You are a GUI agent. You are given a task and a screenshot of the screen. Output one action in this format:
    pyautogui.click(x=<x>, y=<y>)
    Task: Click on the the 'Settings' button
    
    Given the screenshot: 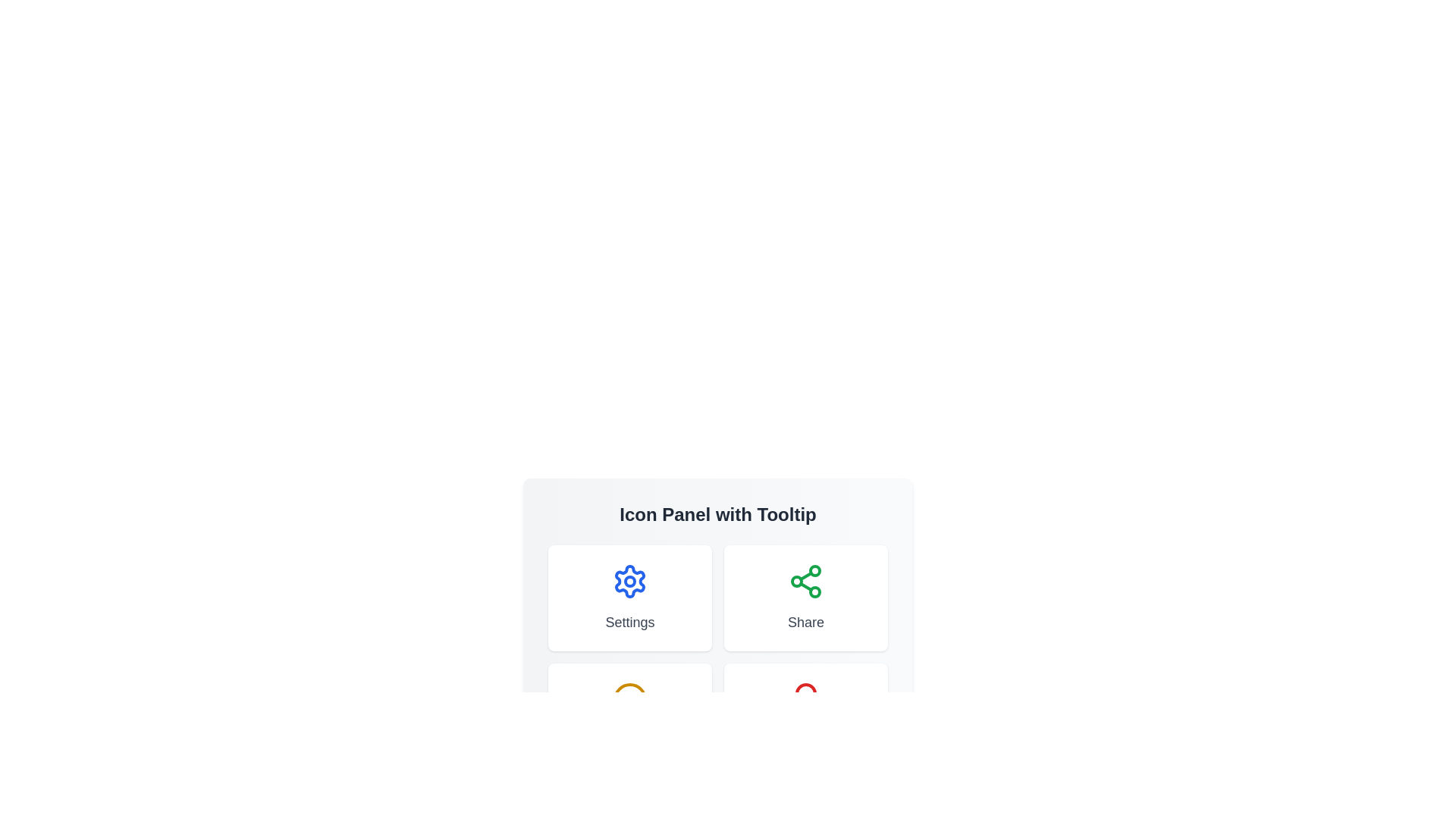 What is the action you would take?
    pyautogui.click(x=629, y=598)
    